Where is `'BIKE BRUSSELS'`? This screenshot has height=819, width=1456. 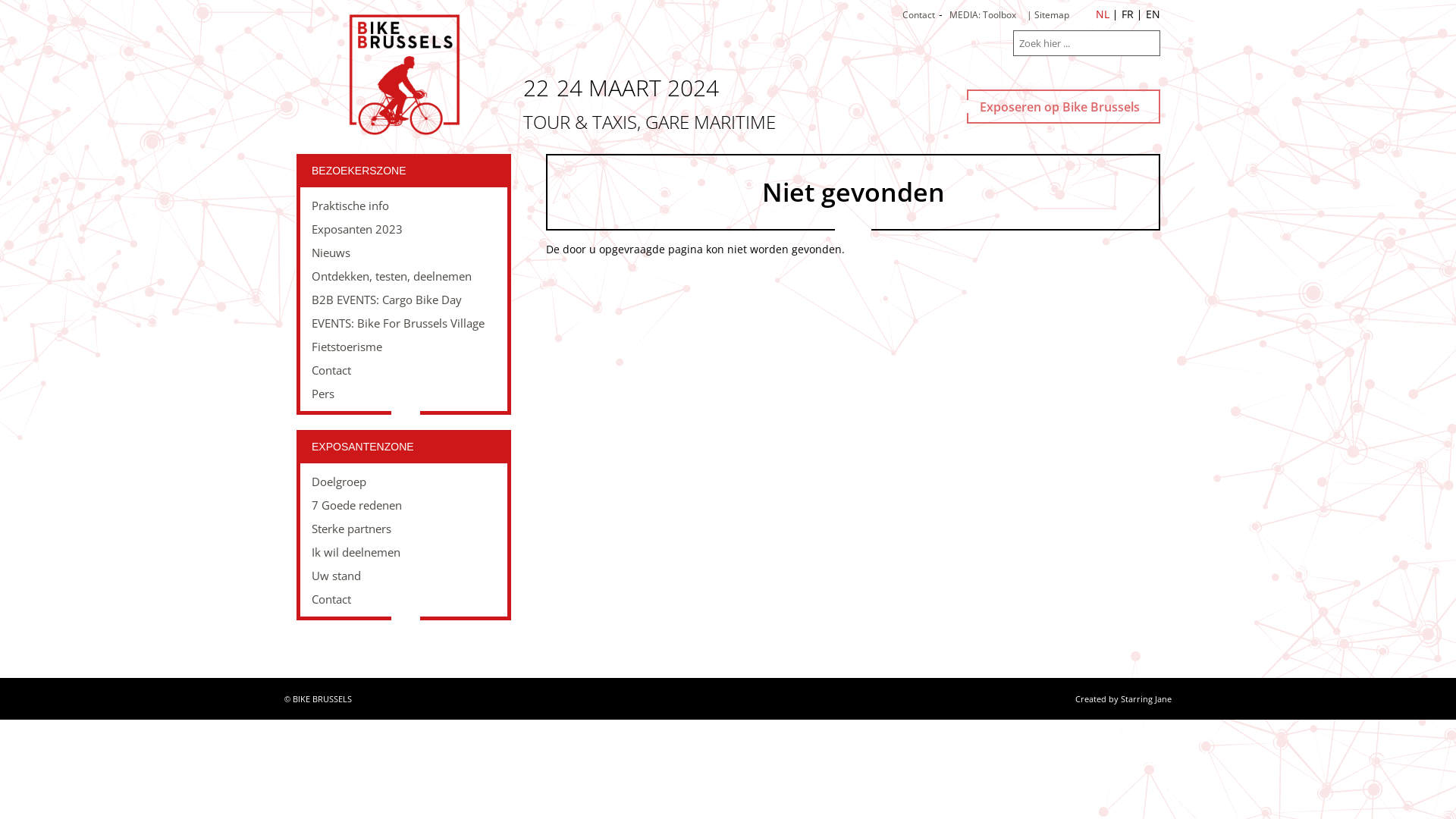
'BIKE BRUSSELS' is located at coordinates (322, 698).